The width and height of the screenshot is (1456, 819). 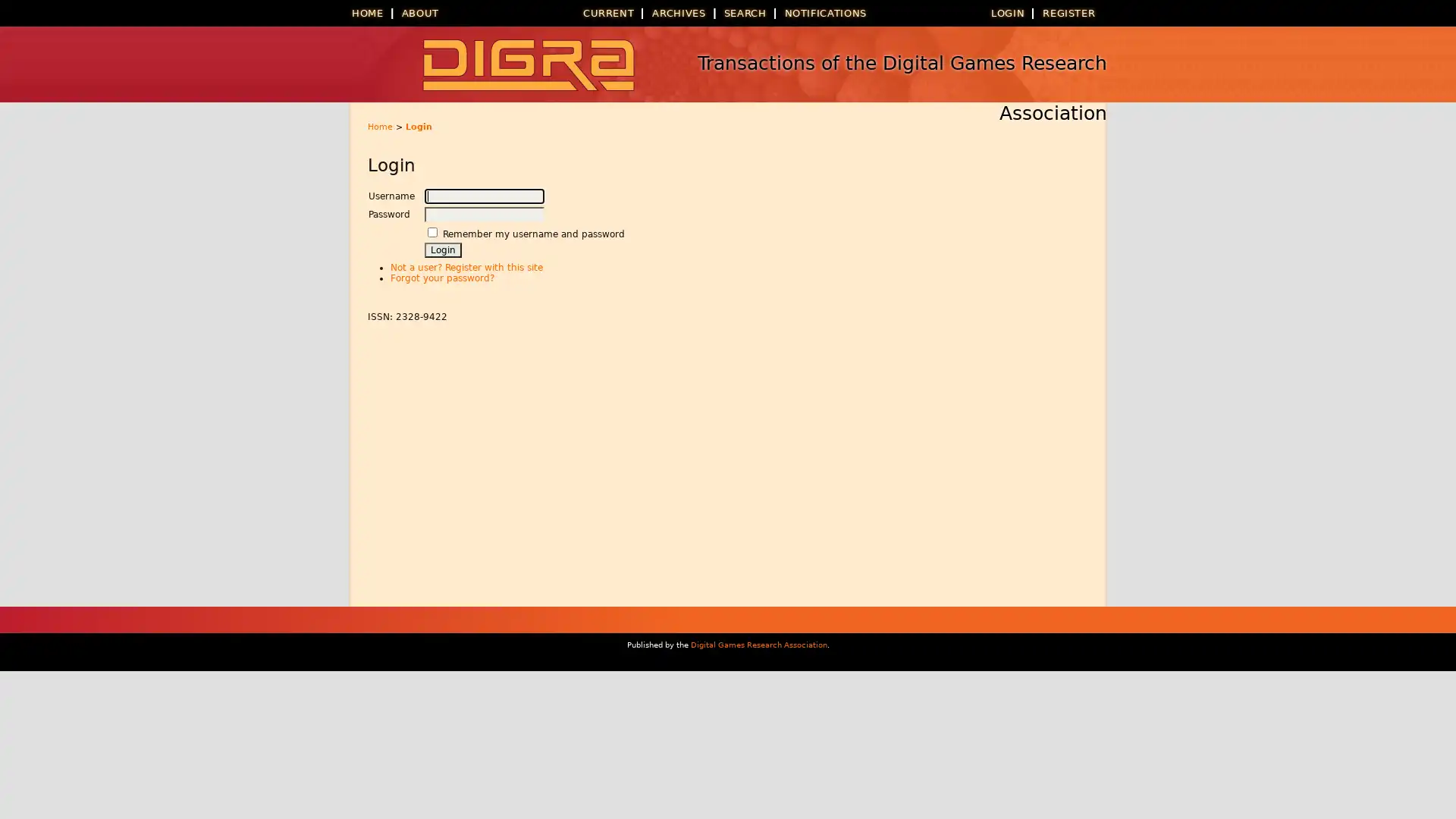 What do you see at coordinates (442, 249) in the screenshot?
I see `Login` at bounding box center [442, 249].